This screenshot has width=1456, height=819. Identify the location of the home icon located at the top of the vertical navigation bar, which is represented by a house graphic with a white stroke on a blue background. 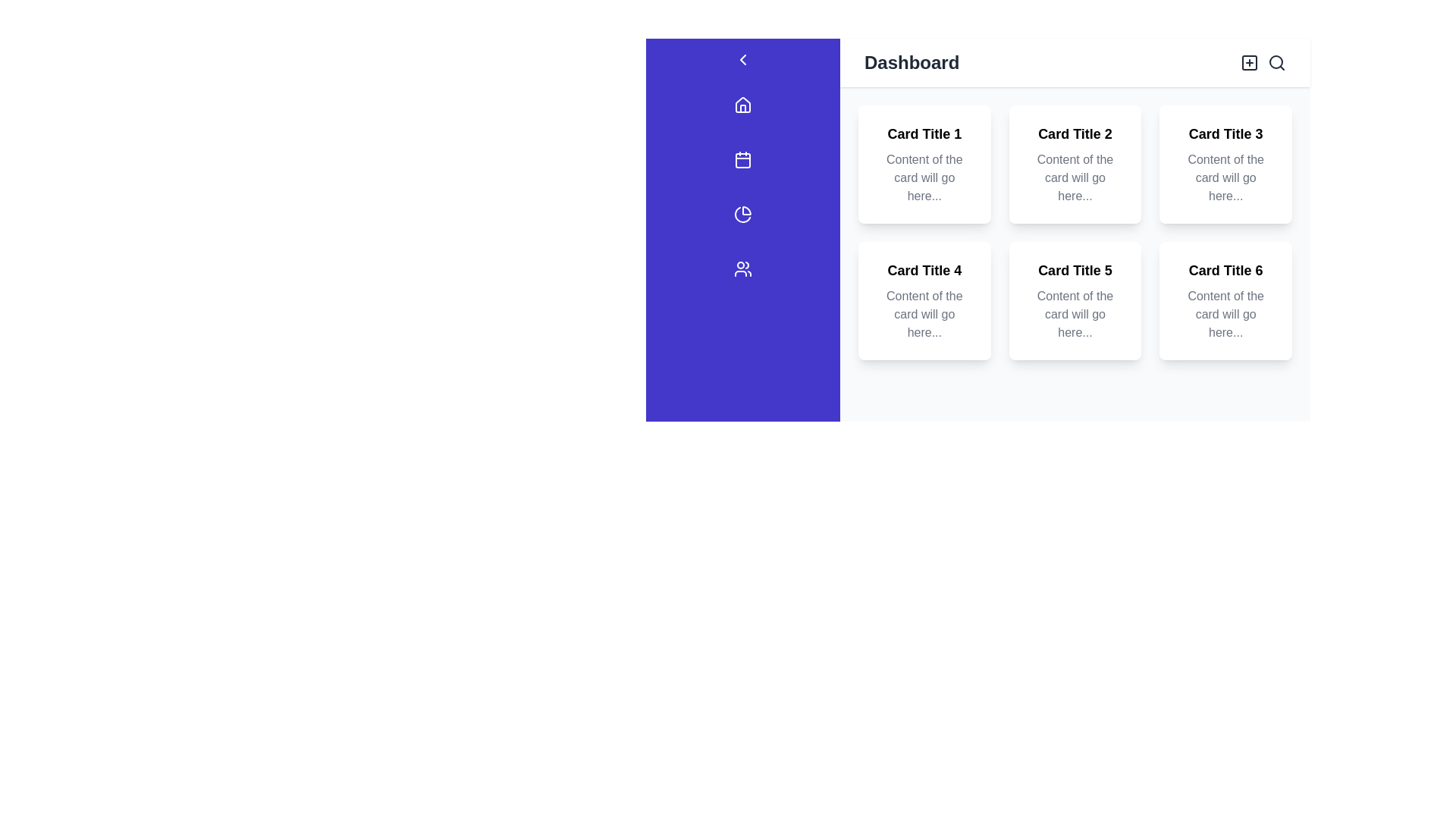
(742, 104).